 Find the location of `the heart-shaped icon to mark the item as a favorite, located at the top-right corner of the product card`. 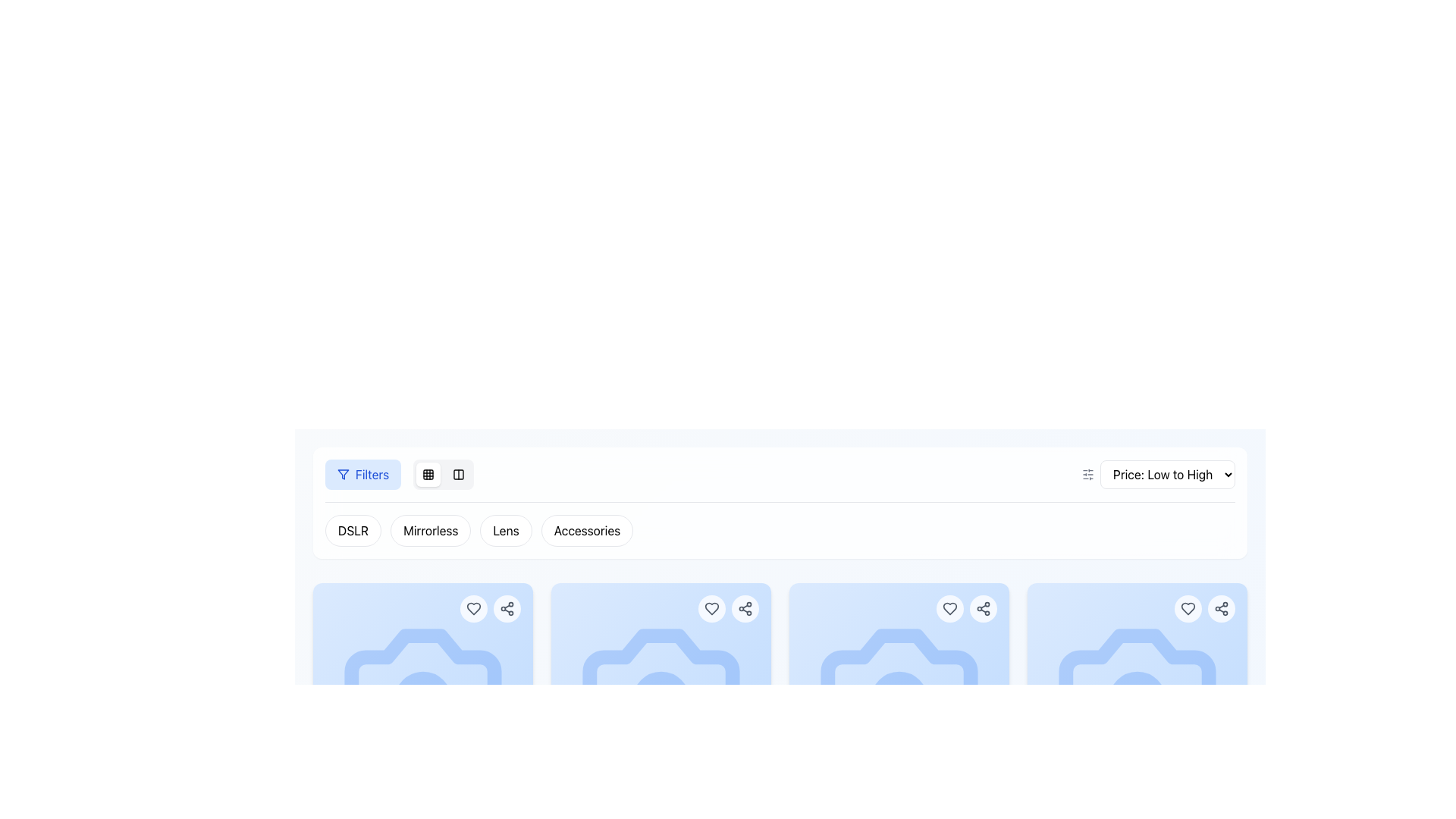

the heart-shaped icon to mark the item as a favorite, located at the top-right corner of the product card is located at coordinates (1187, 607).